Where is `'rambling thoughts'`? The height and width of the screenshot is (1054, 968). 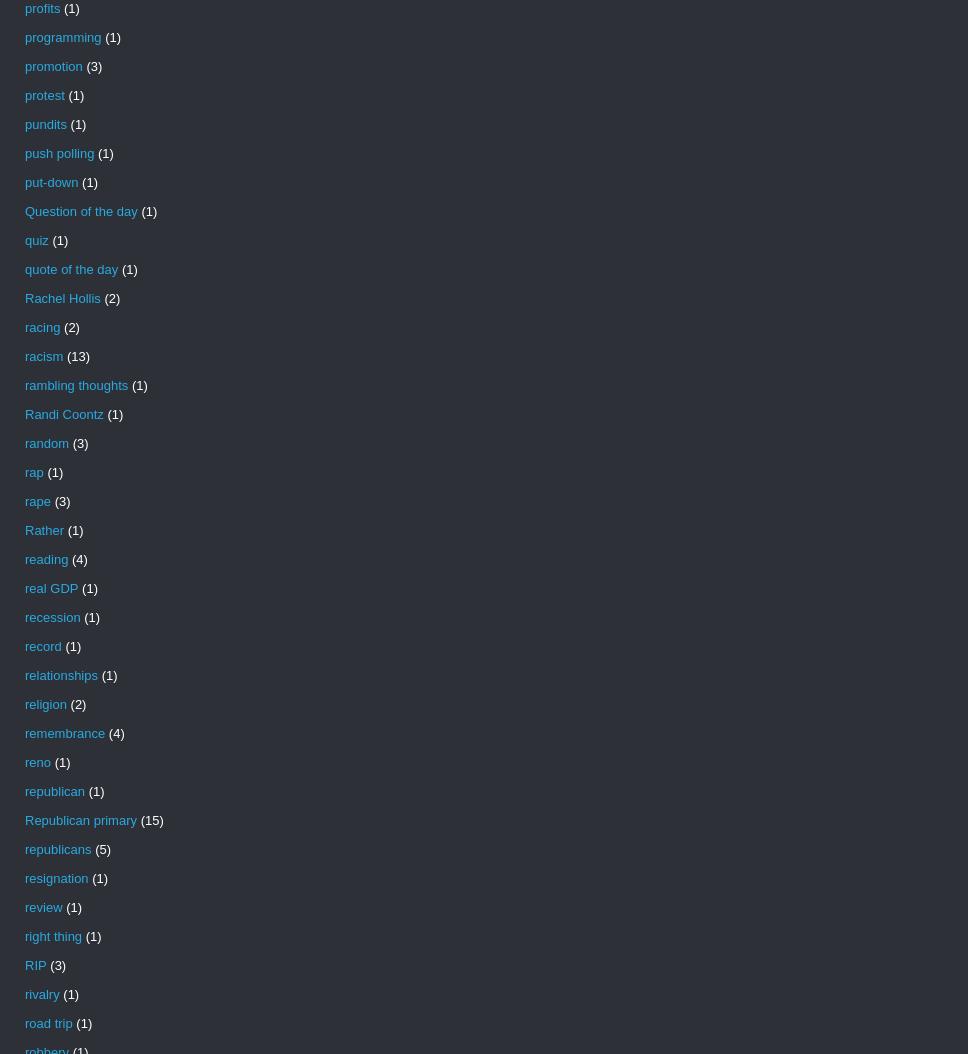
'rambling thoughts' is located at coordinates (75, 384).